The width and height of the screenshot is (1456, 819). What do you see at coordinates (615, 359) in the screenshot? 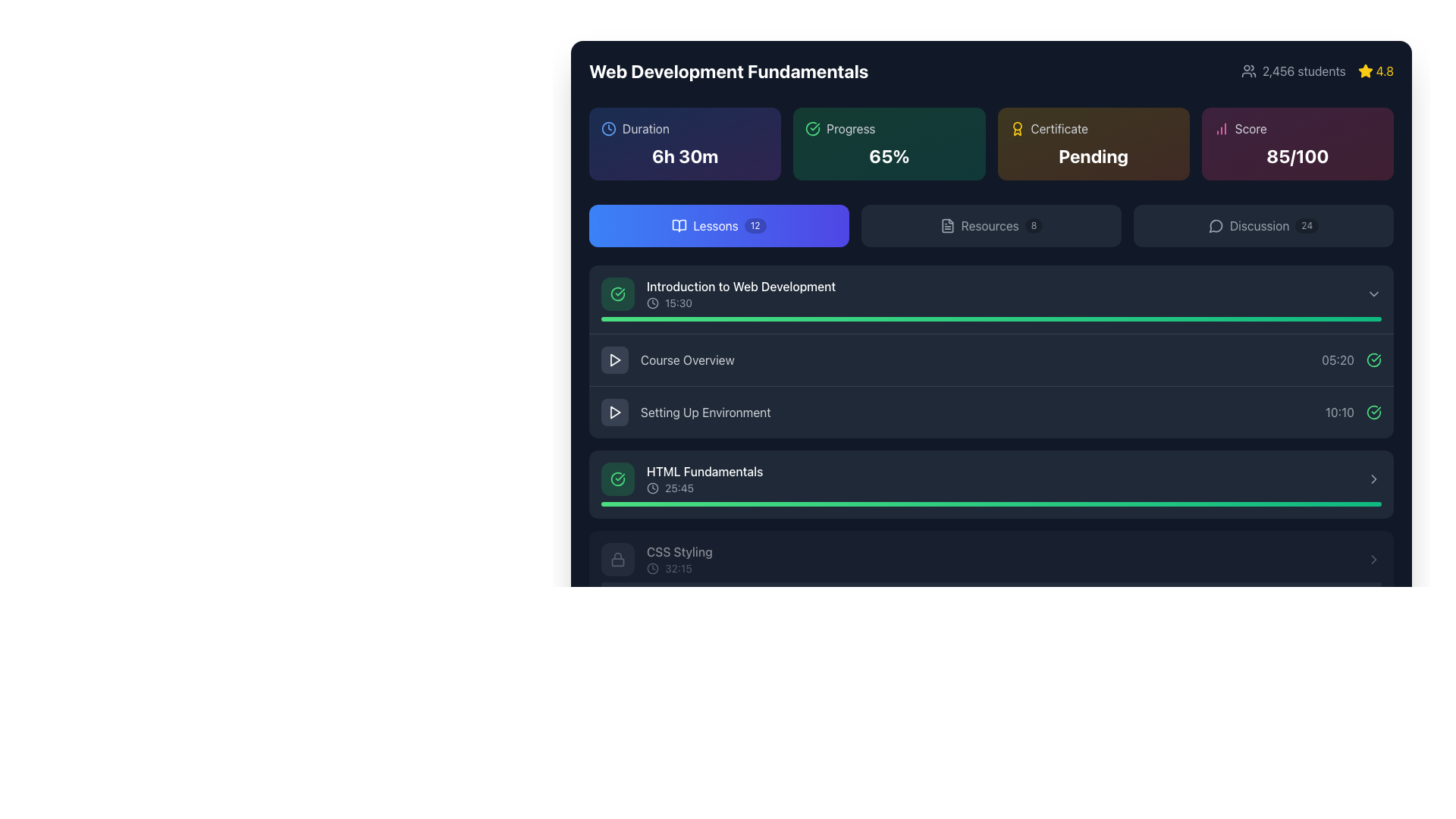
I see `the triangular play icon within the small circular button in the 'Course Overview' row` at bounding box center [615, 359].